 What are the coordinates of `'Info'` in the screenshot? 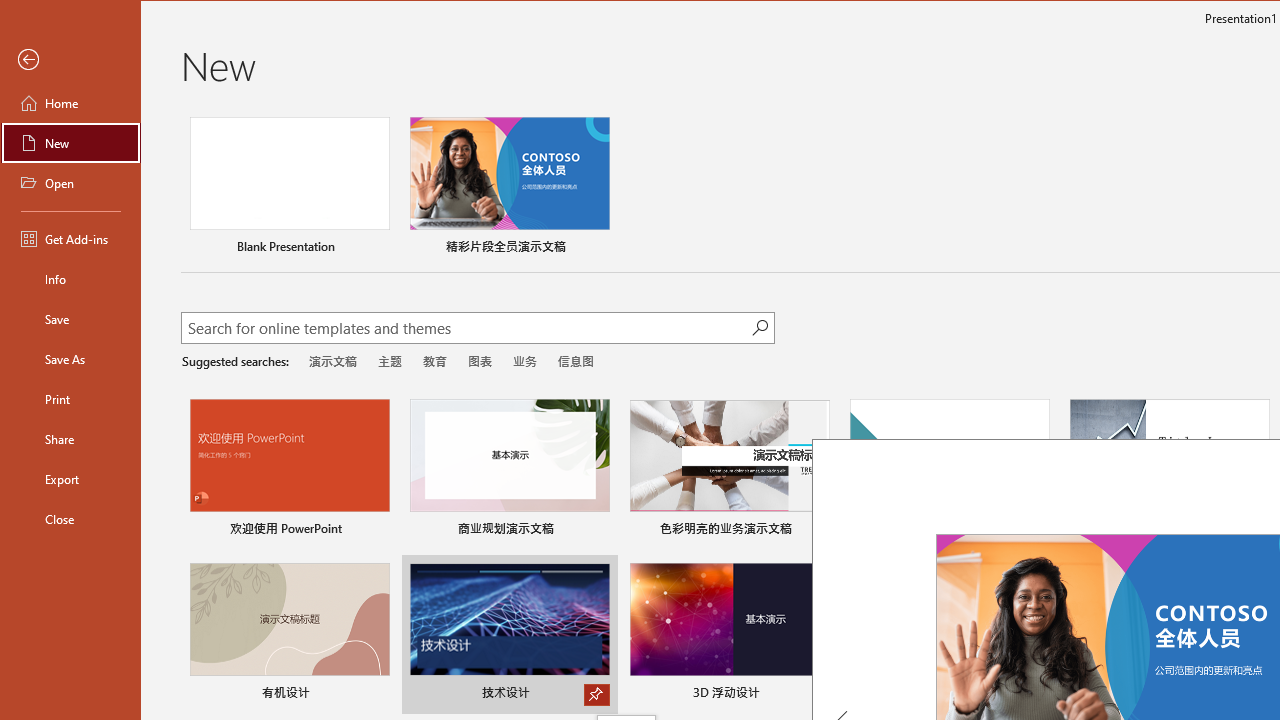 It's located at (71, 279).